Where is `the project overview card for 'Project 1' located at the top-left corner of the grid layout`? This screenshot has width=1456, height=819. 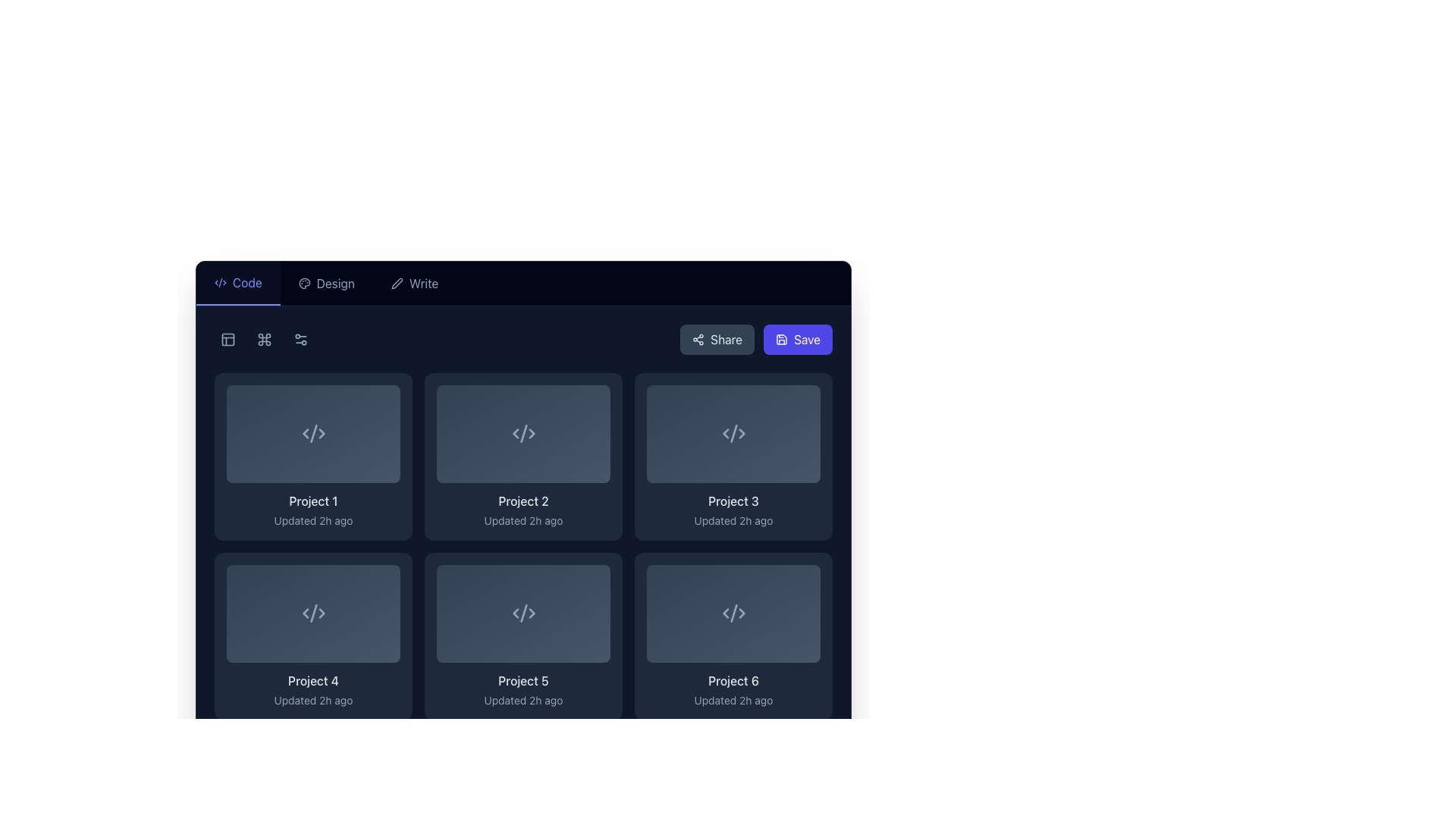 the project overview card for 'Project 1' located at the top-left corner of the grid layout is located at coordinates (312, 456).